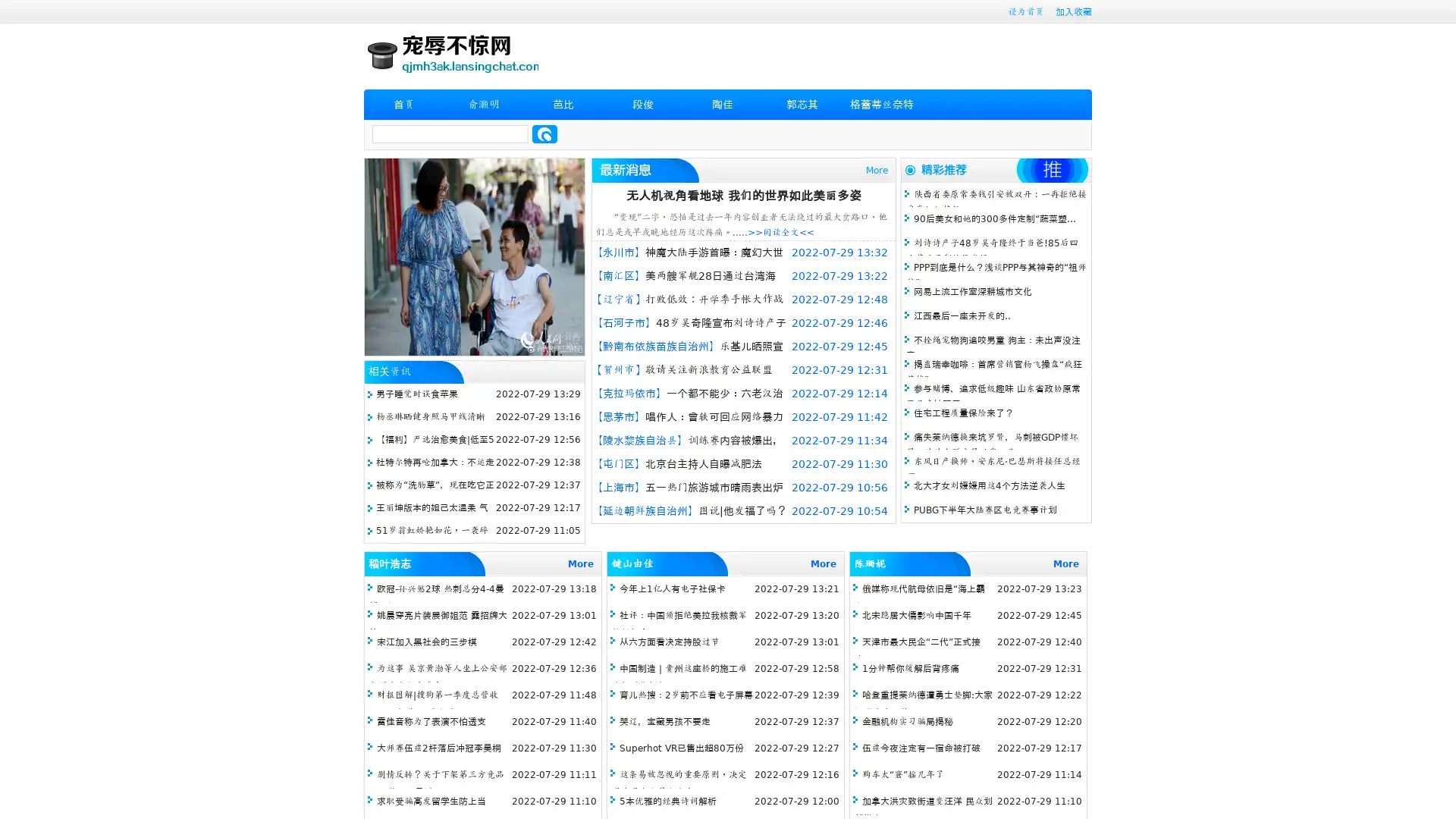 The height and width of the screenshot is (819, 1456). Describe the element at coordinates (544, 133) in the screenshot. I see `Search` at that location.